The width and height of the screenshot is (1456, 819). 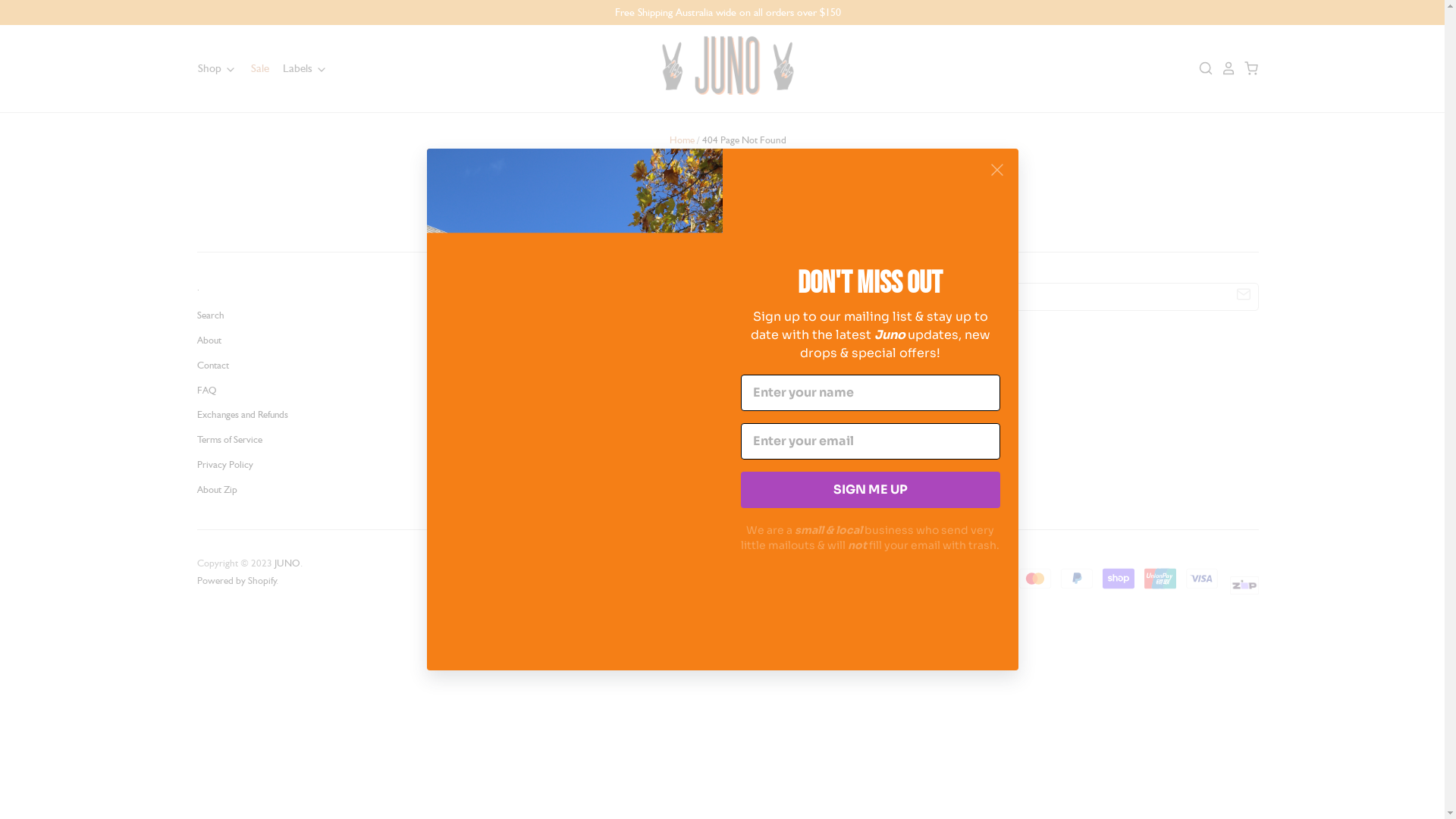 What do you see at coordinates (299, 67) in the screenshot?
I see `'Labels'` at bounding box center [299, 67].